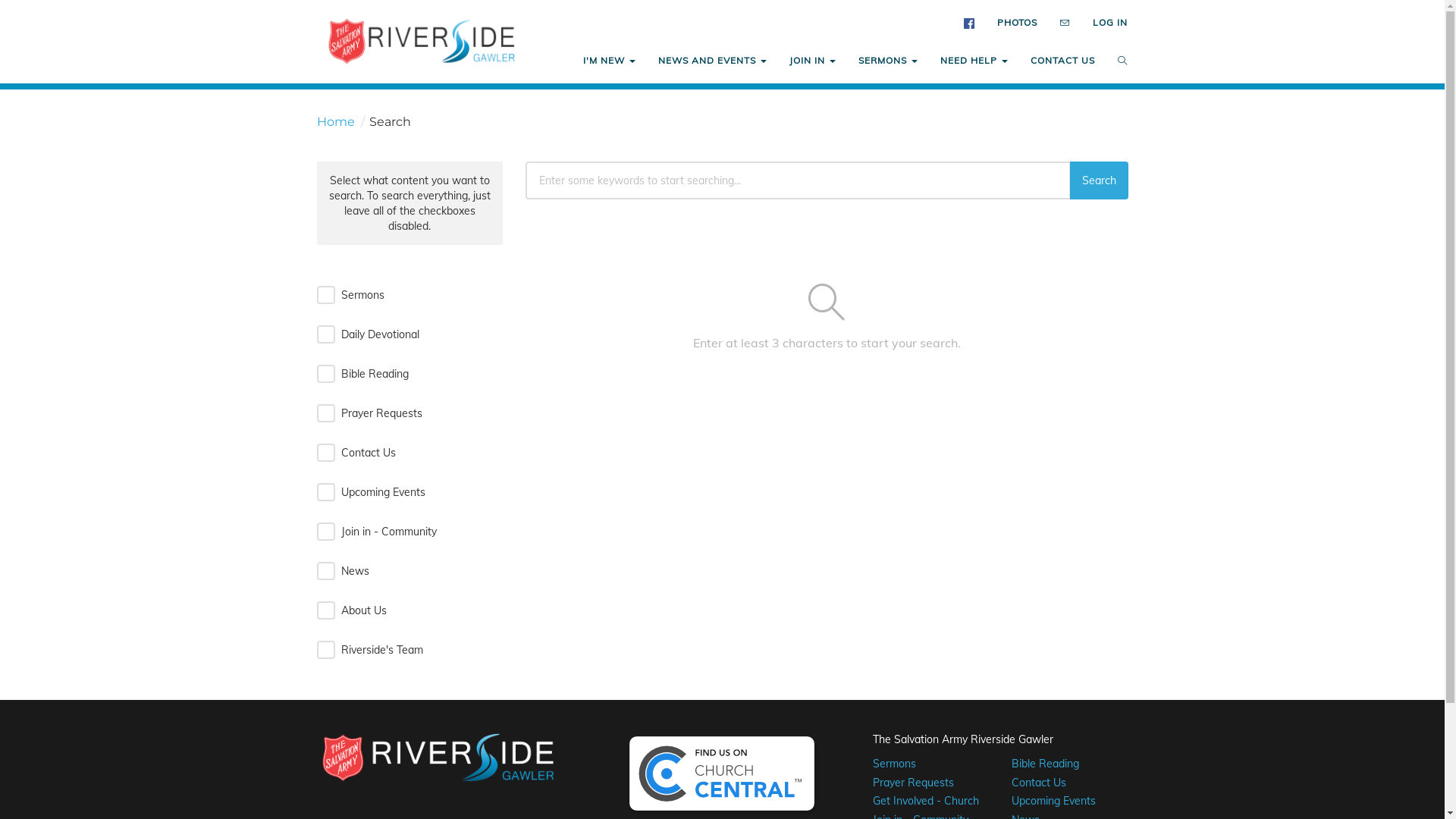 Image resolution: width=1456 pixels, height=819 pixels. Describe the element at coordinates (888, 60) in the screenshot. I see `'SERMONS'` at that location.